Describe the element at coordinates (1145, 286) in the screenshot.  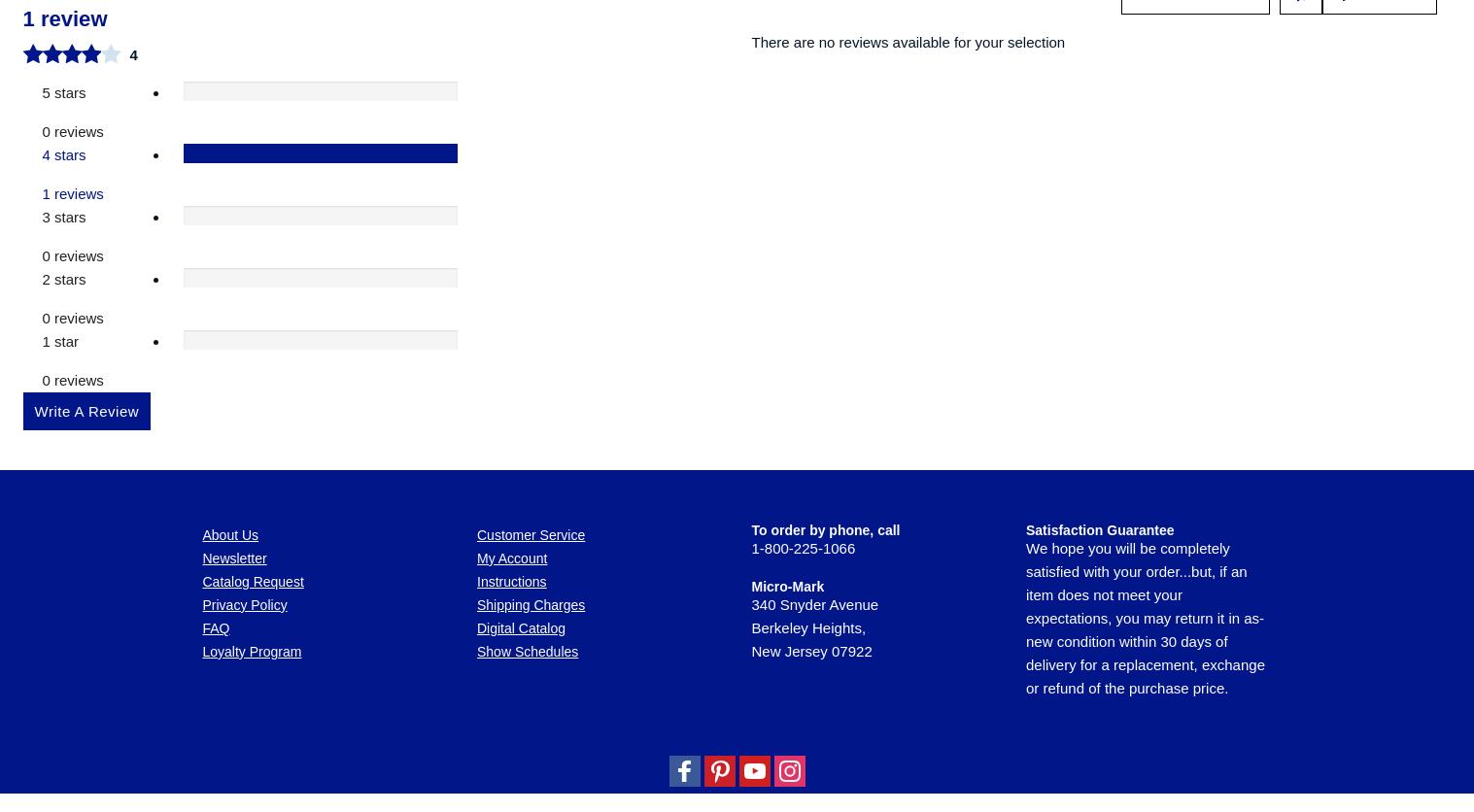
I see `'We hope you will be completely satisfied with your order...but, if an item does not meet your expectations, you may return it in as-new condition within 30 days of delivery for a replacement, exchange or refund of the purchase price.'` at that location.